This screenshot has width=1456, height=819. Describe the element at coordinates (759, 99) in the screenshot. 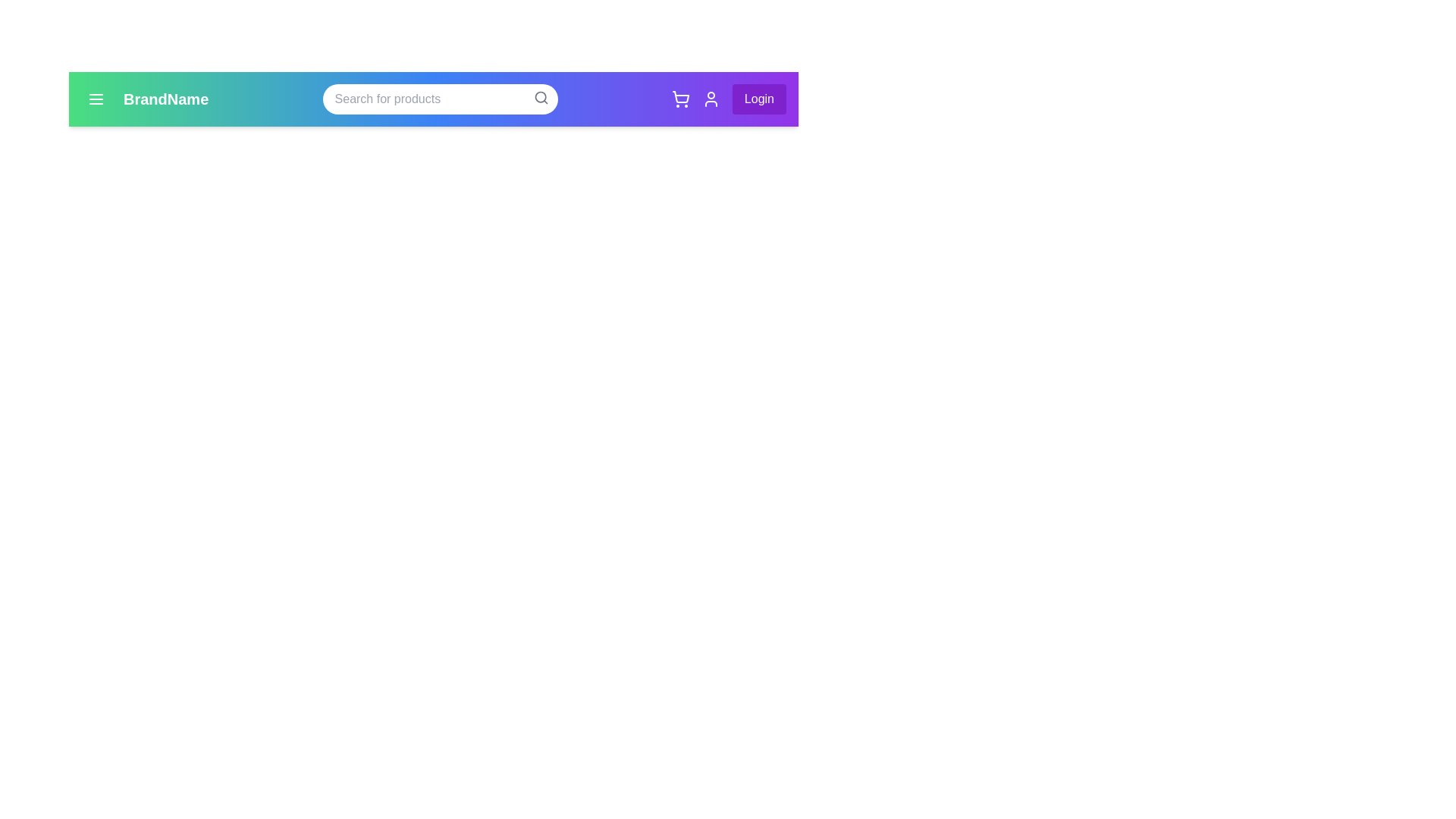

I see `the login button located at the top-right corner of the app bar` at that location.